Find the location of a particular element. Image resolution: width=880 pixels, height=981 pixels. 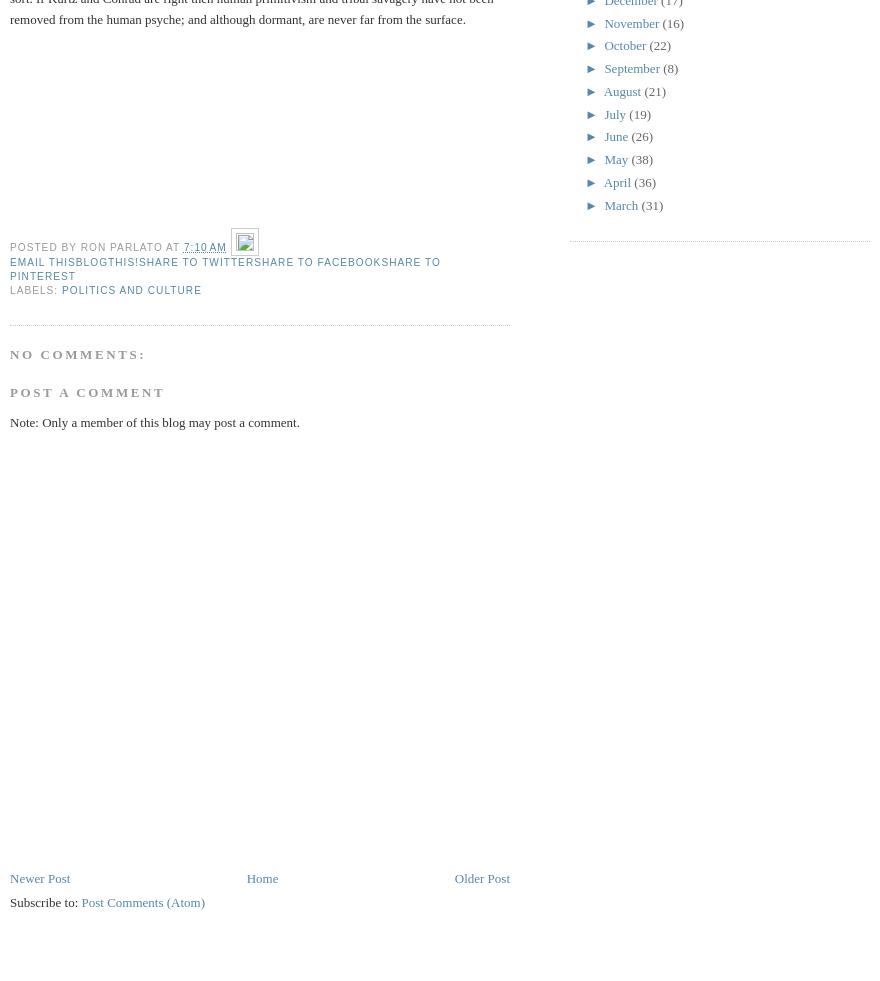

'November' is located at coordinates (632, 21).